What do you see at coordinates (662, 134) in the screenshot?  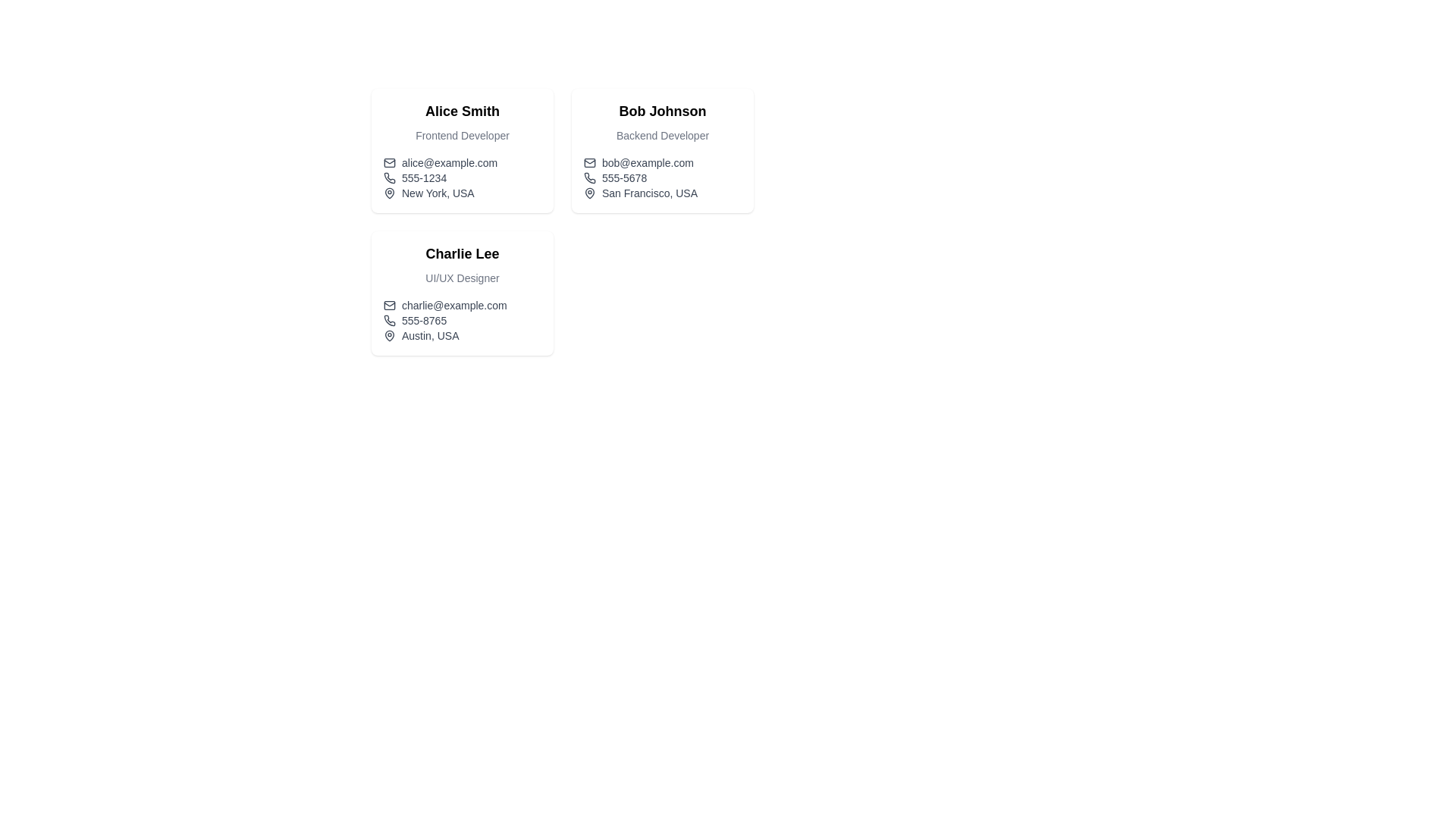 I see `the text label displaying 'Backend Developer' located beneath the title 'Bob Johnson' in the card for 'Bob Johnson'` at bounding box center [662, 134].